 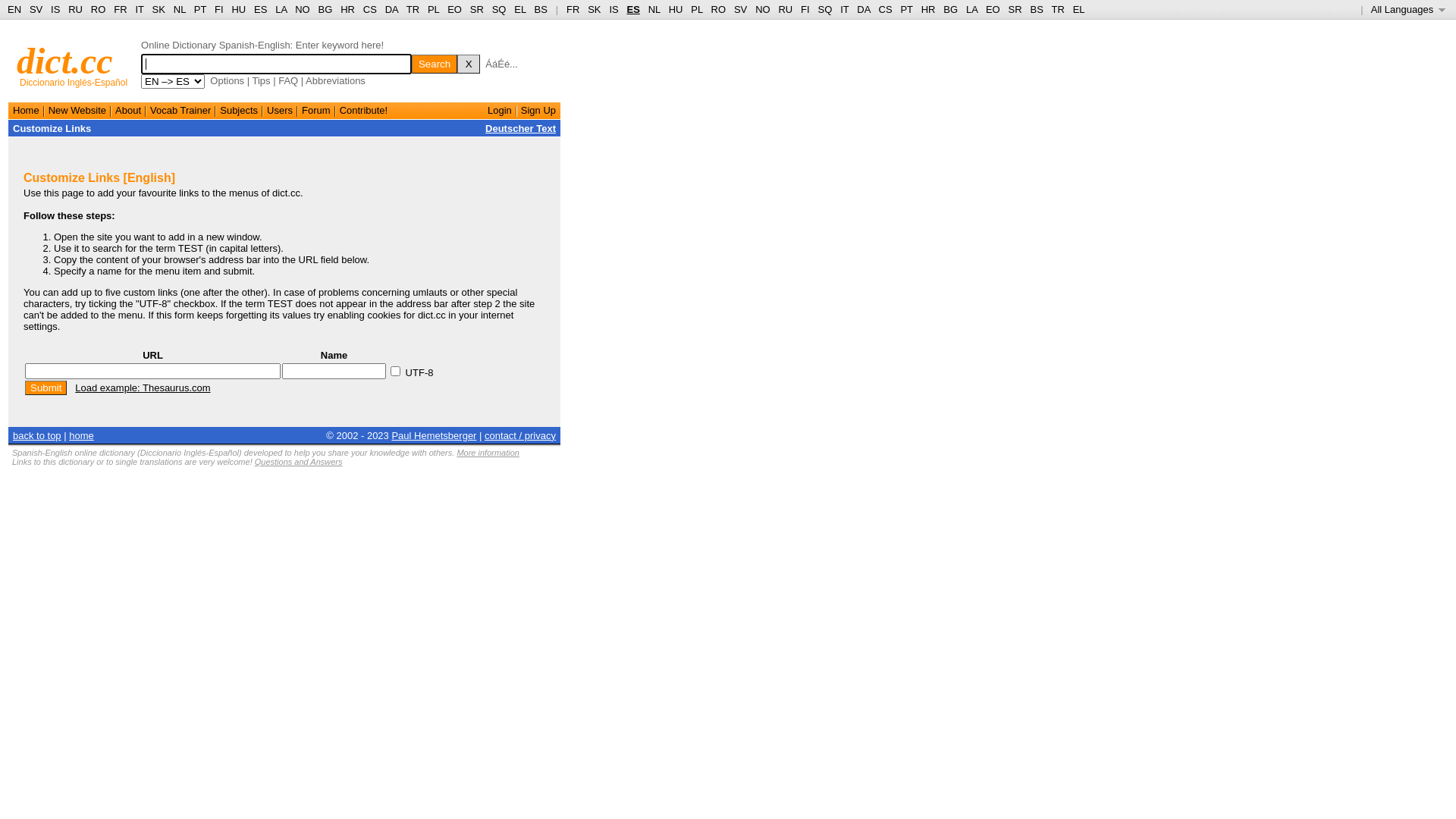 What do you see at coordinates (364, 109) in the screenshot?
I see `'Contribute!'` at bounding box center [364, 109].